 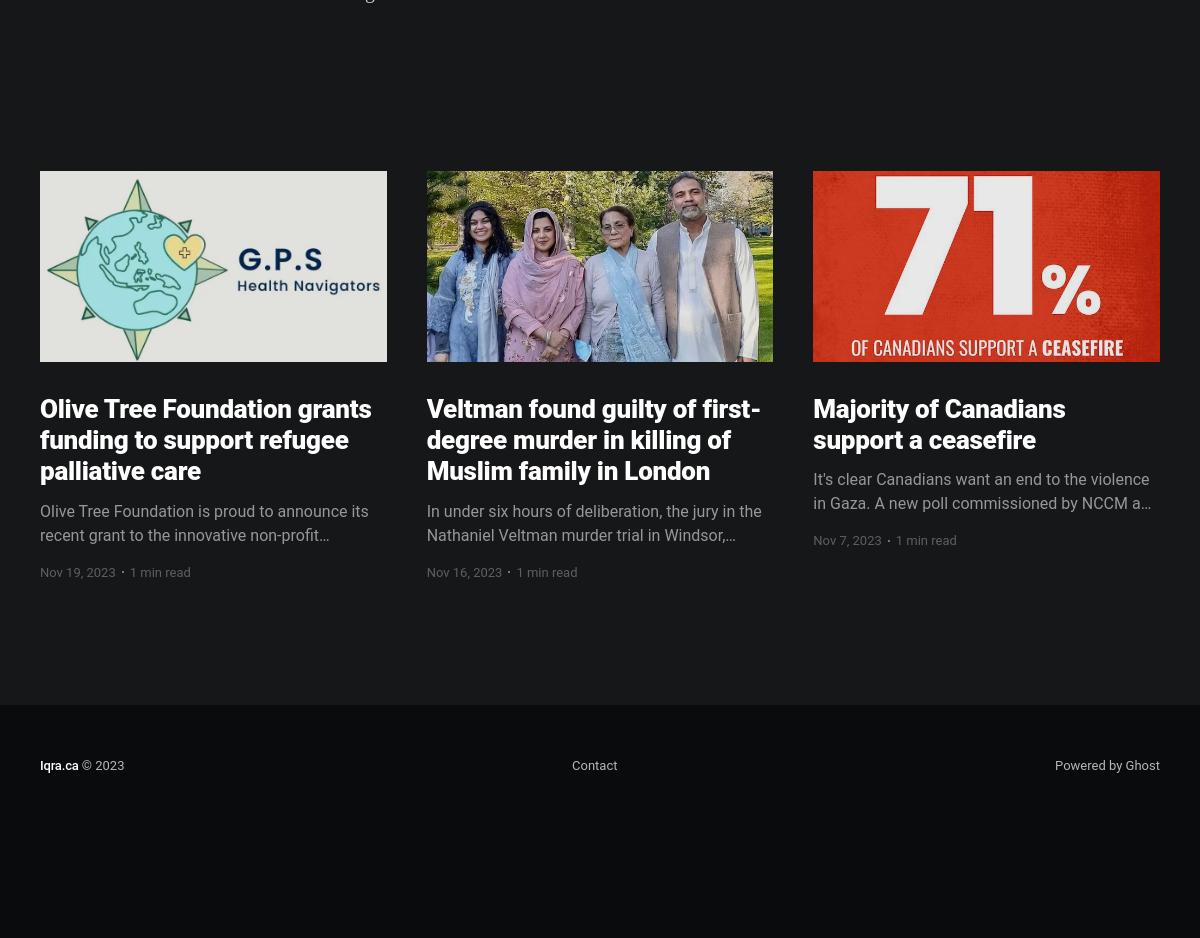 I want to click on 'Iqra.ca', so click(x=59, y=765).